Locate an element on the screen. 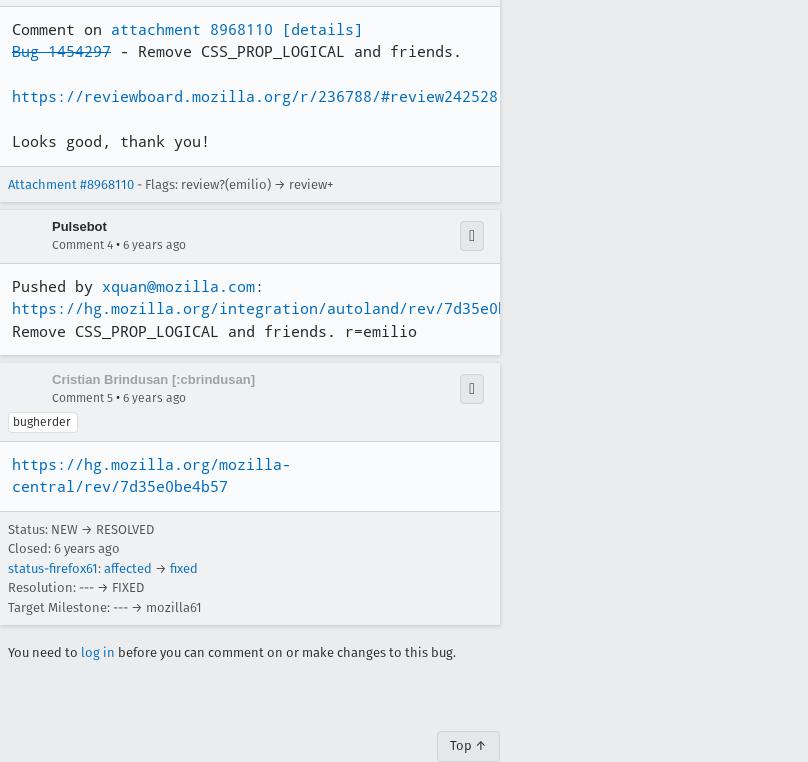 The width and height of the screenshot is (808, 762). 'Bug 1454297' is located at coordinates (61, 50).